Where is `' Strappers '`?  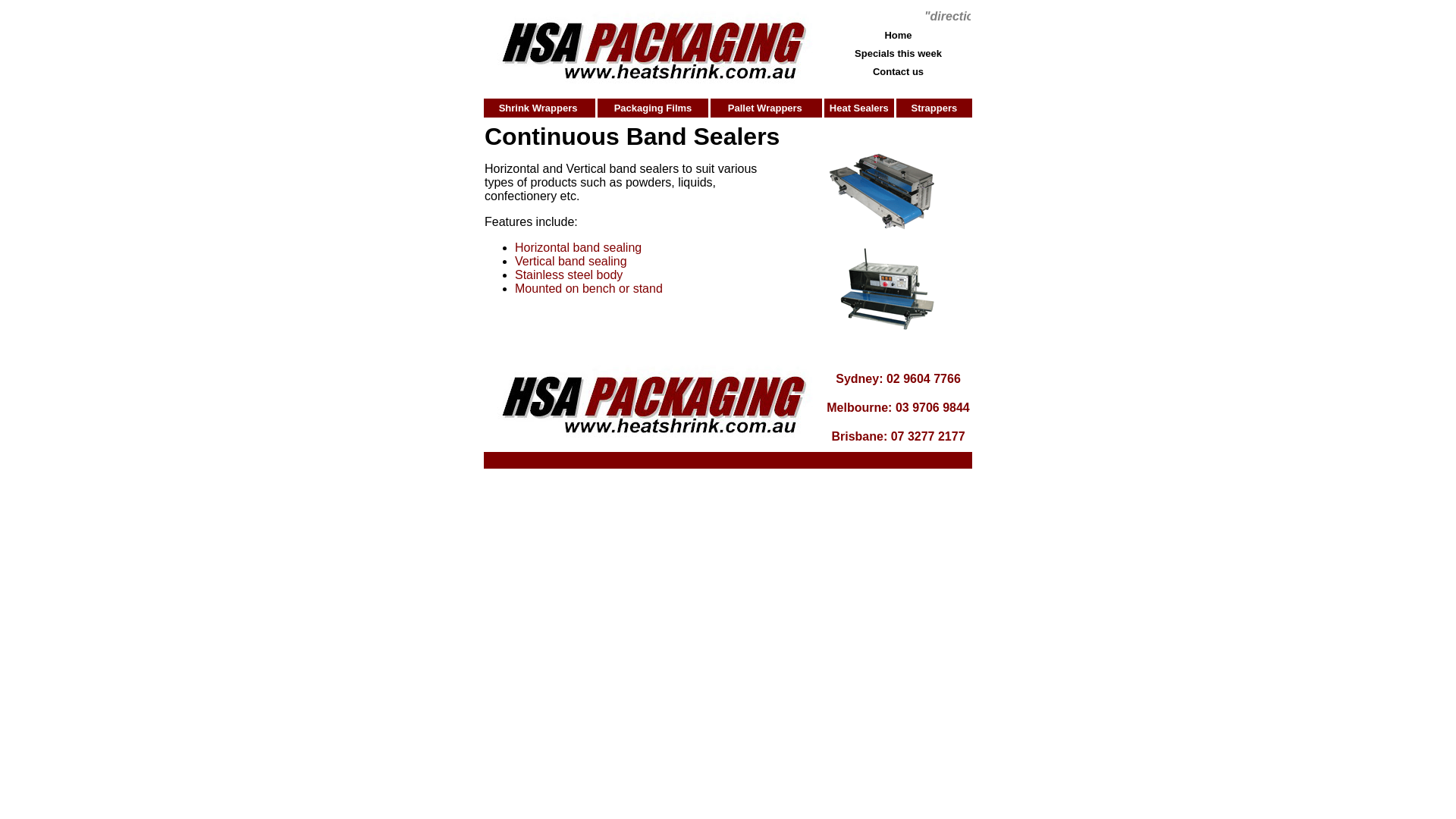
' Strappers ' is located at coordinates (934, 107).